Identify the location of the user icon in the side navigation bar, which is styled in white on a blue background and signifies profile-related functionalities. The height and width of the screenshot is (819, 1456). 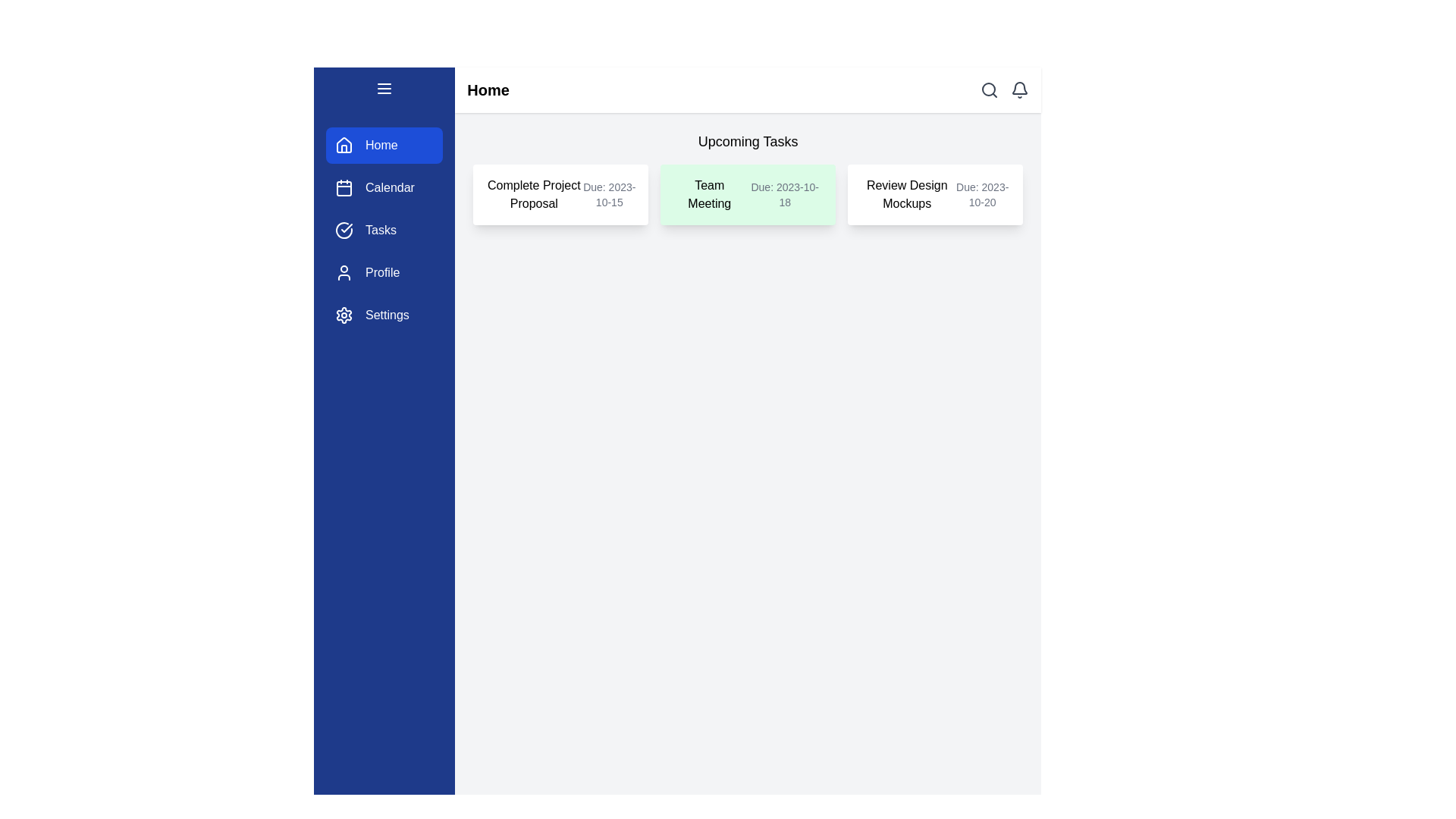
(344, 271).